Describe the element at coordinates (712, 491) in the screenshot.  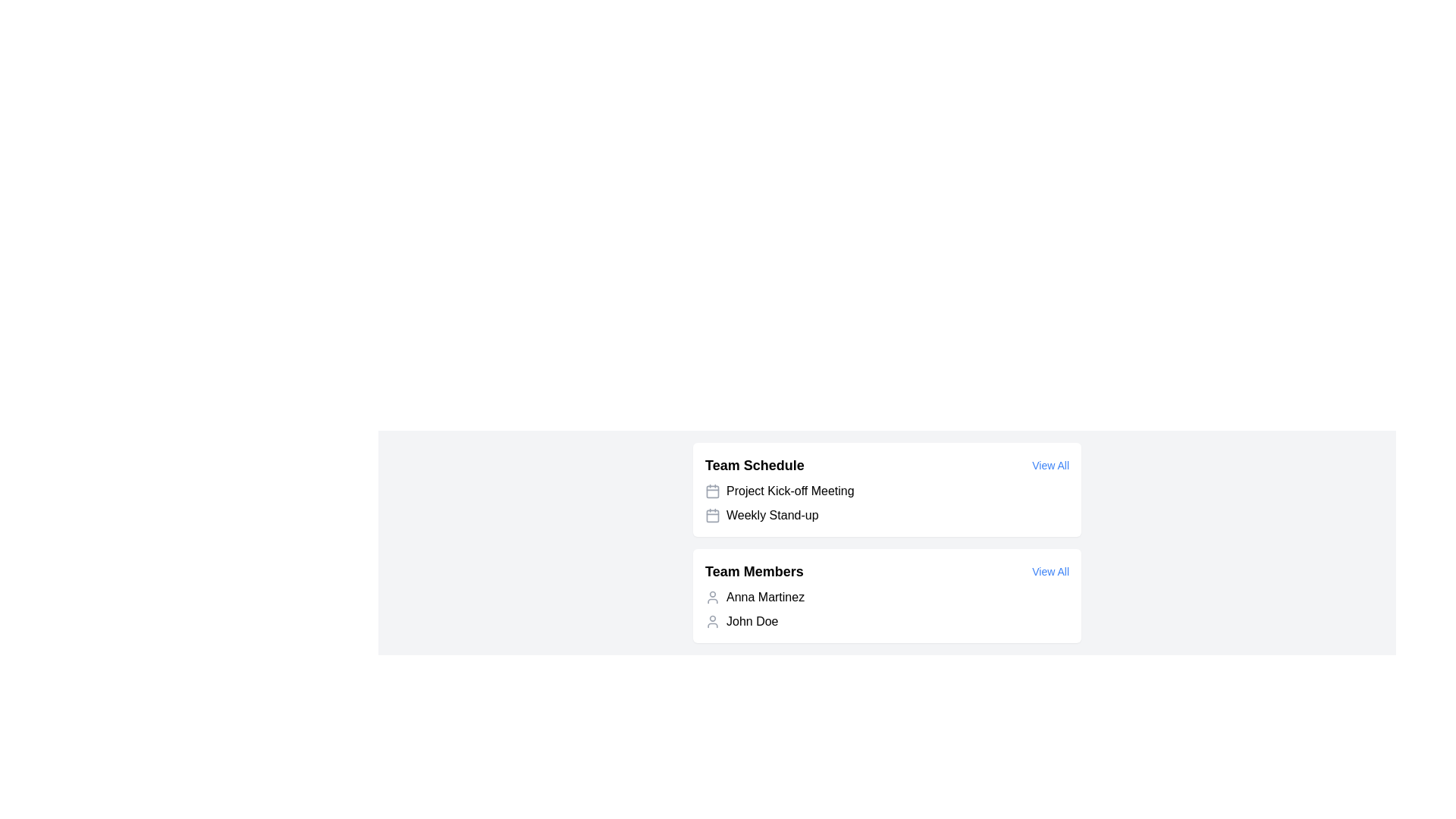
I see `the small gray calendar icon located to the left of the 'Project Kick-off Meeting' text in the 'Team Schedule' section` at that location.